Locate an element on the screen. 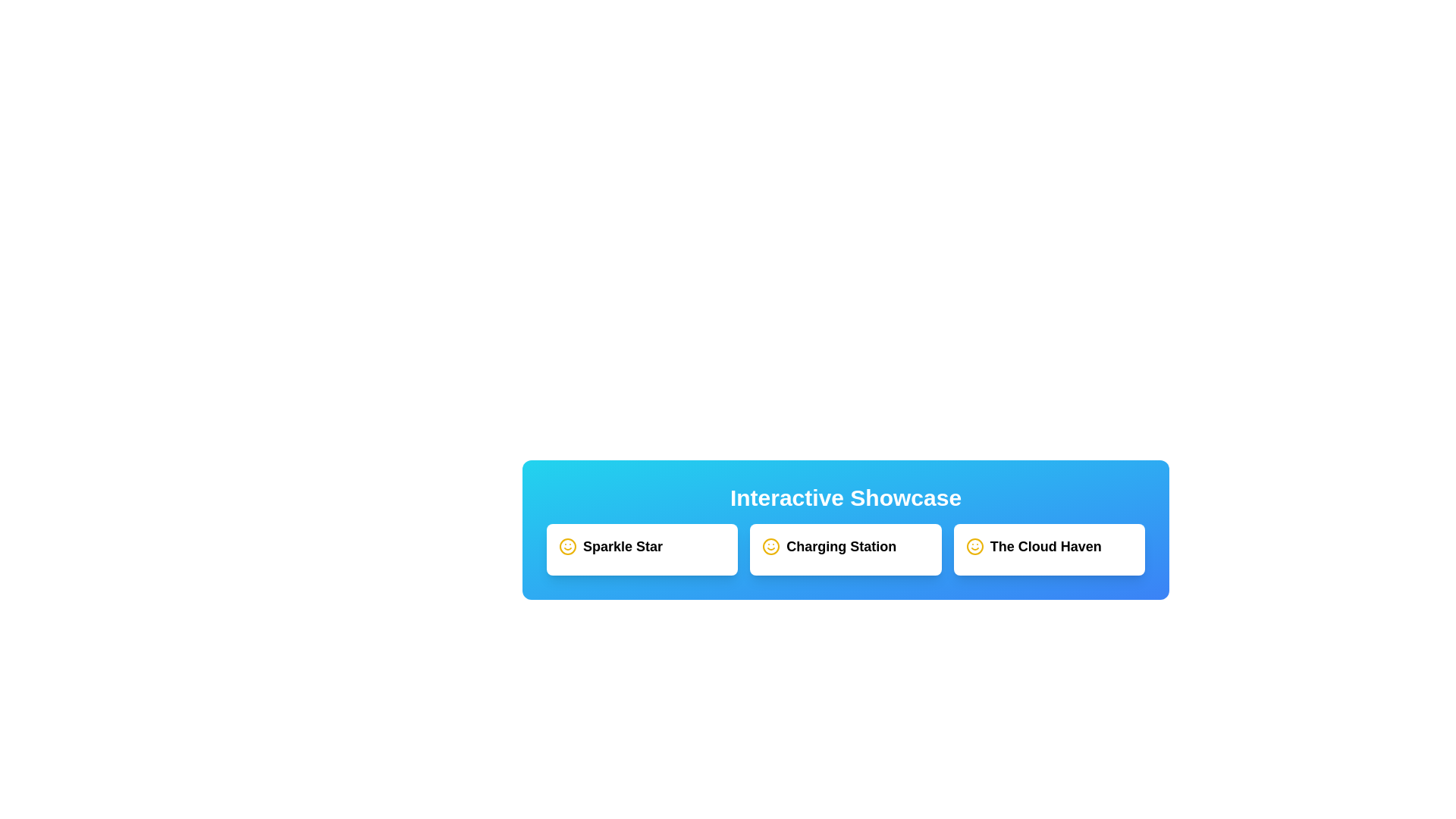 This screenshot has height=819, width=1456. the smiley face icon representing a positive state, located to the left of the 'Charging Station' label in the second section of the layout is located at coordinates (771, 547).